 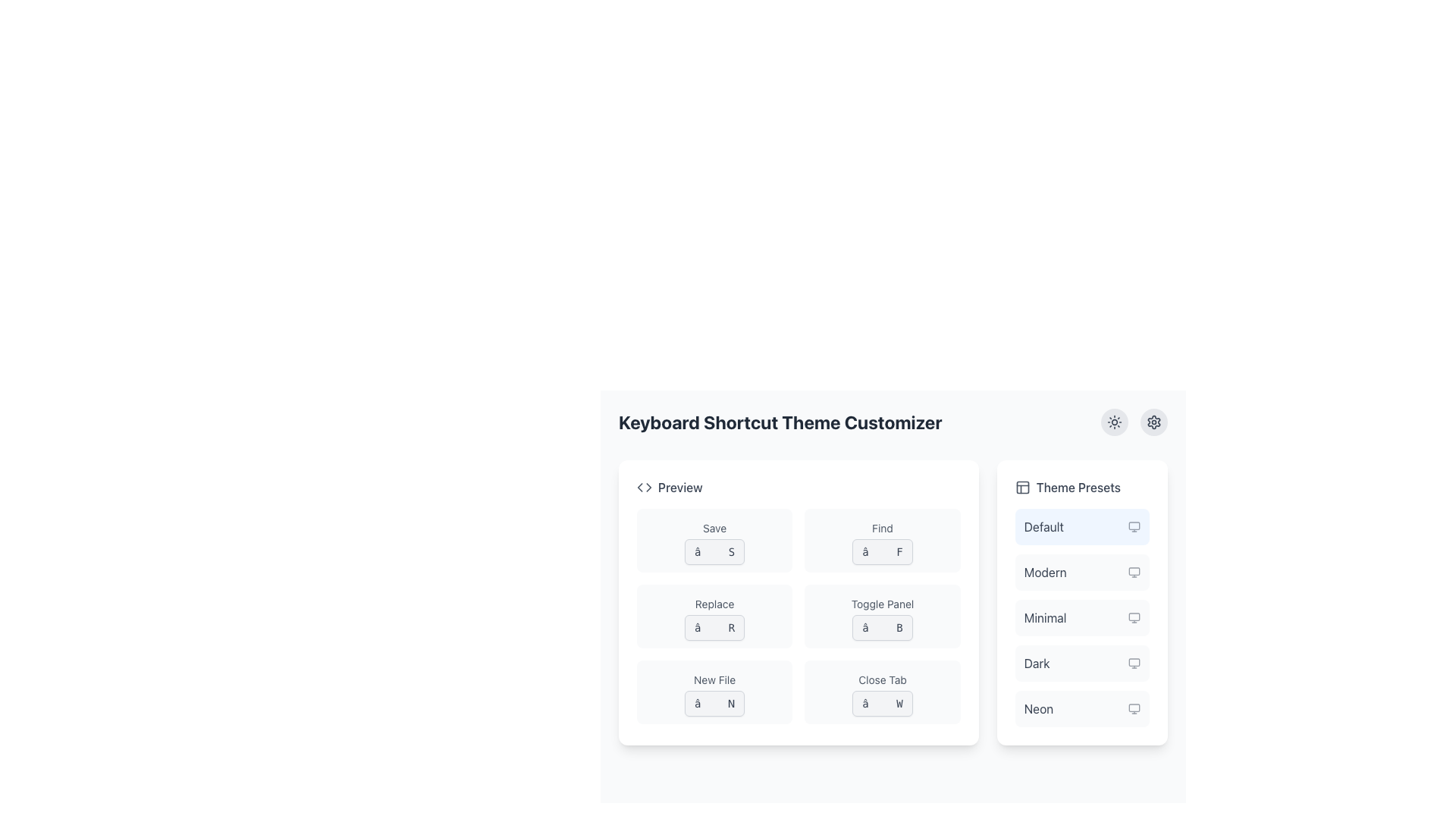 I want to click on the 'Close Tab' text label, which is styled in gray and located in the lower-right quadrant of the interface under the 'Preview' section, so click(x=882, y=679).